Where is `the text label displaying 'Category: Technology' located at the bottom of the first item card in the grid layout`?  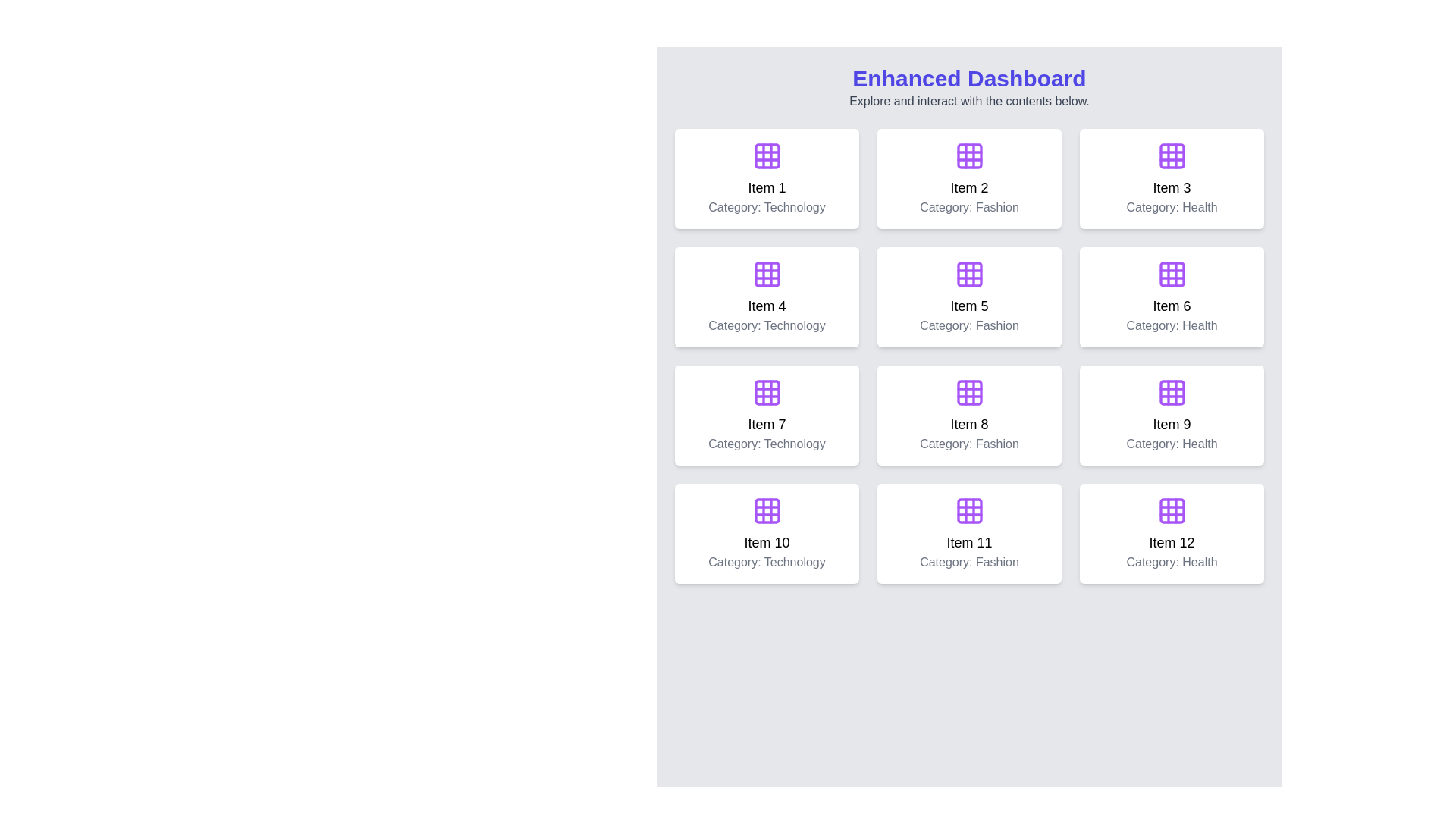 the text label displaying 'Category: Technology' located at the bottom of the first item card in the grid layout is located at coordinates (767, 207).